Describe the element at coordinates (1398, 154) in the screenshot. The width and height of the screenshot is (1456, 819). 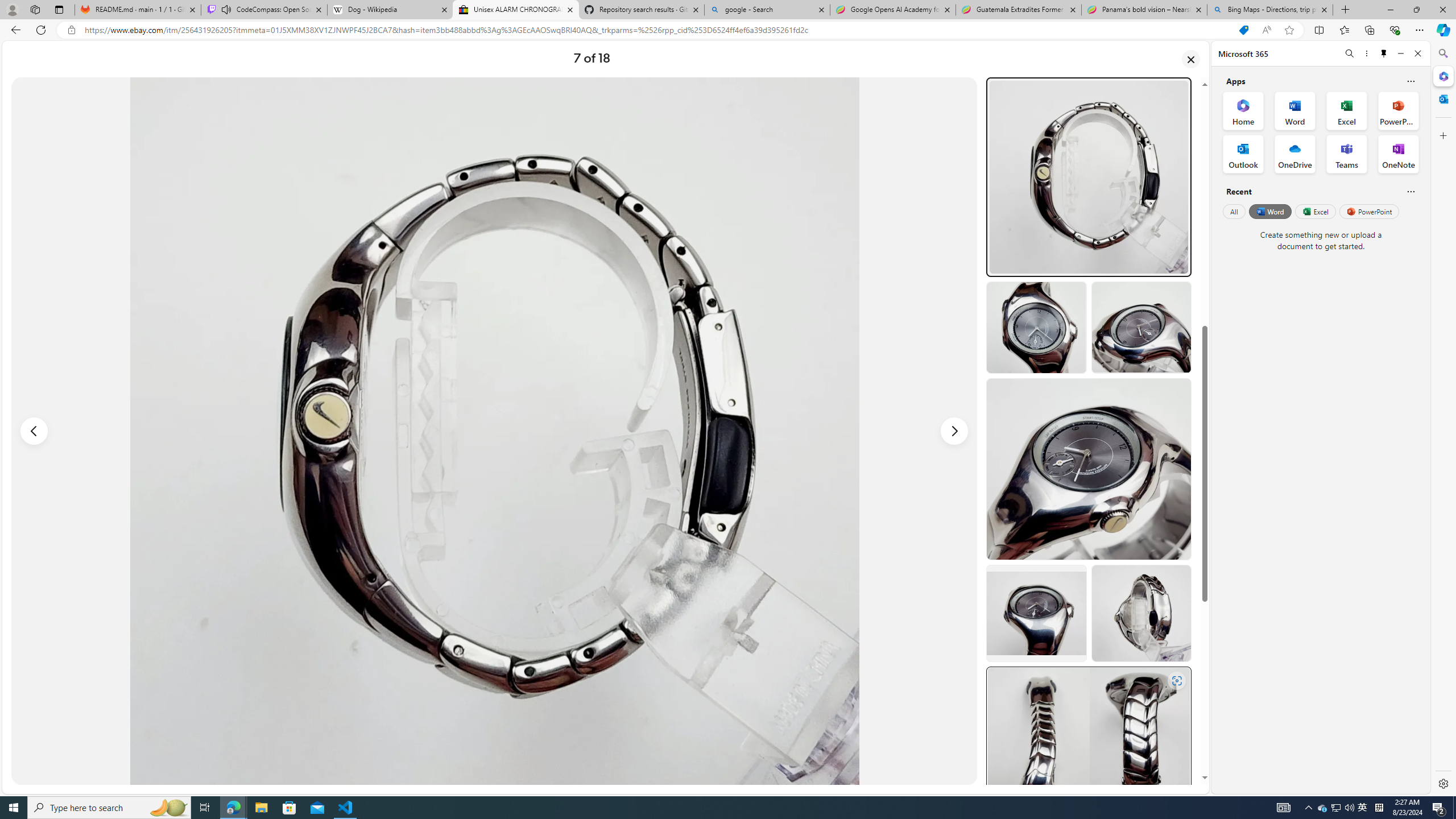
I see `'OneNote Office App'` at that location.